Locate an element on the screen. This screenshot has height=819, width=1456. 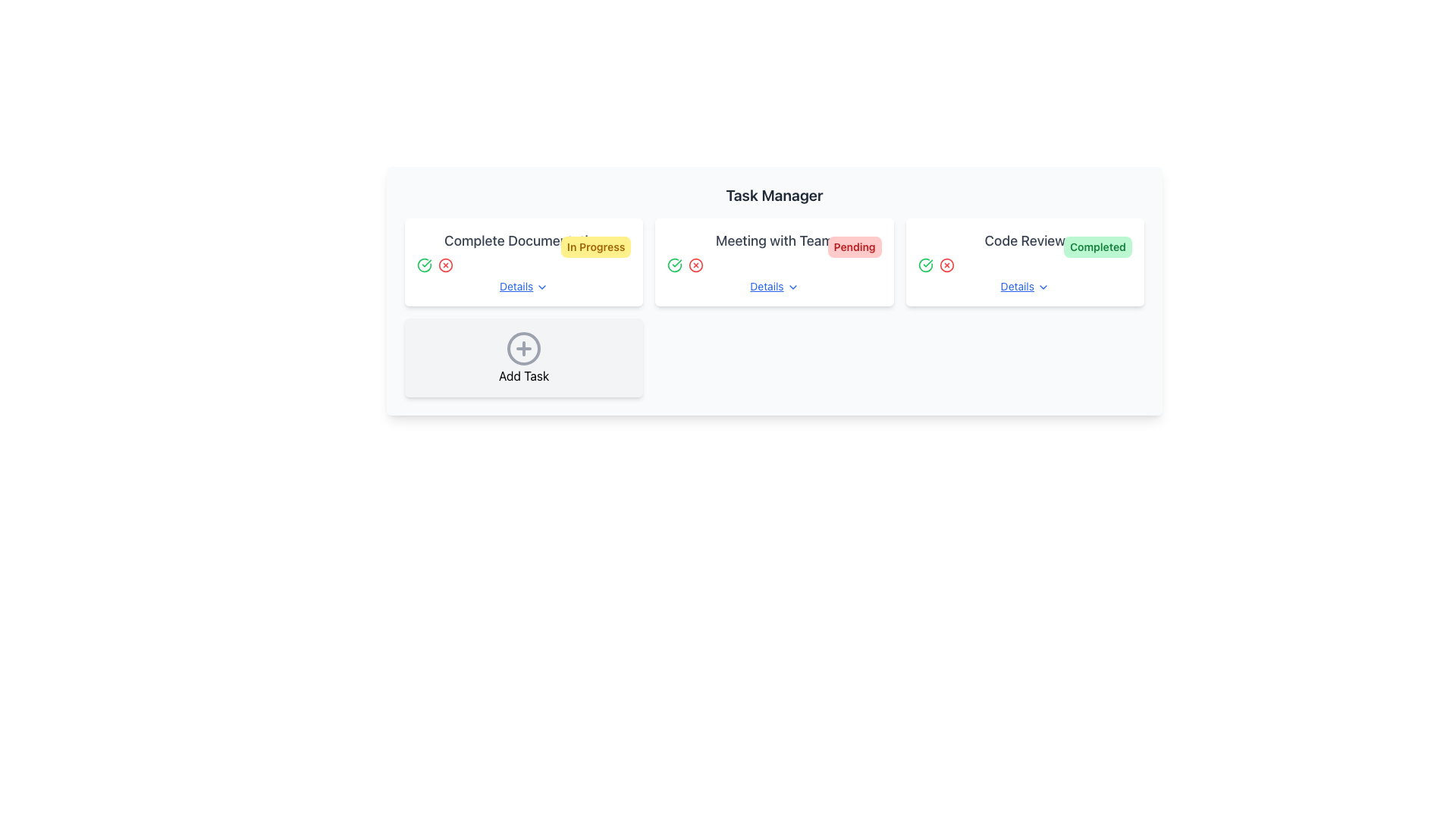
the 'Pending' status indicator badge located at the top-right corner of the 'Meeting with Team' card in the 'Task Manager' section is located at coordinates (855, 246).